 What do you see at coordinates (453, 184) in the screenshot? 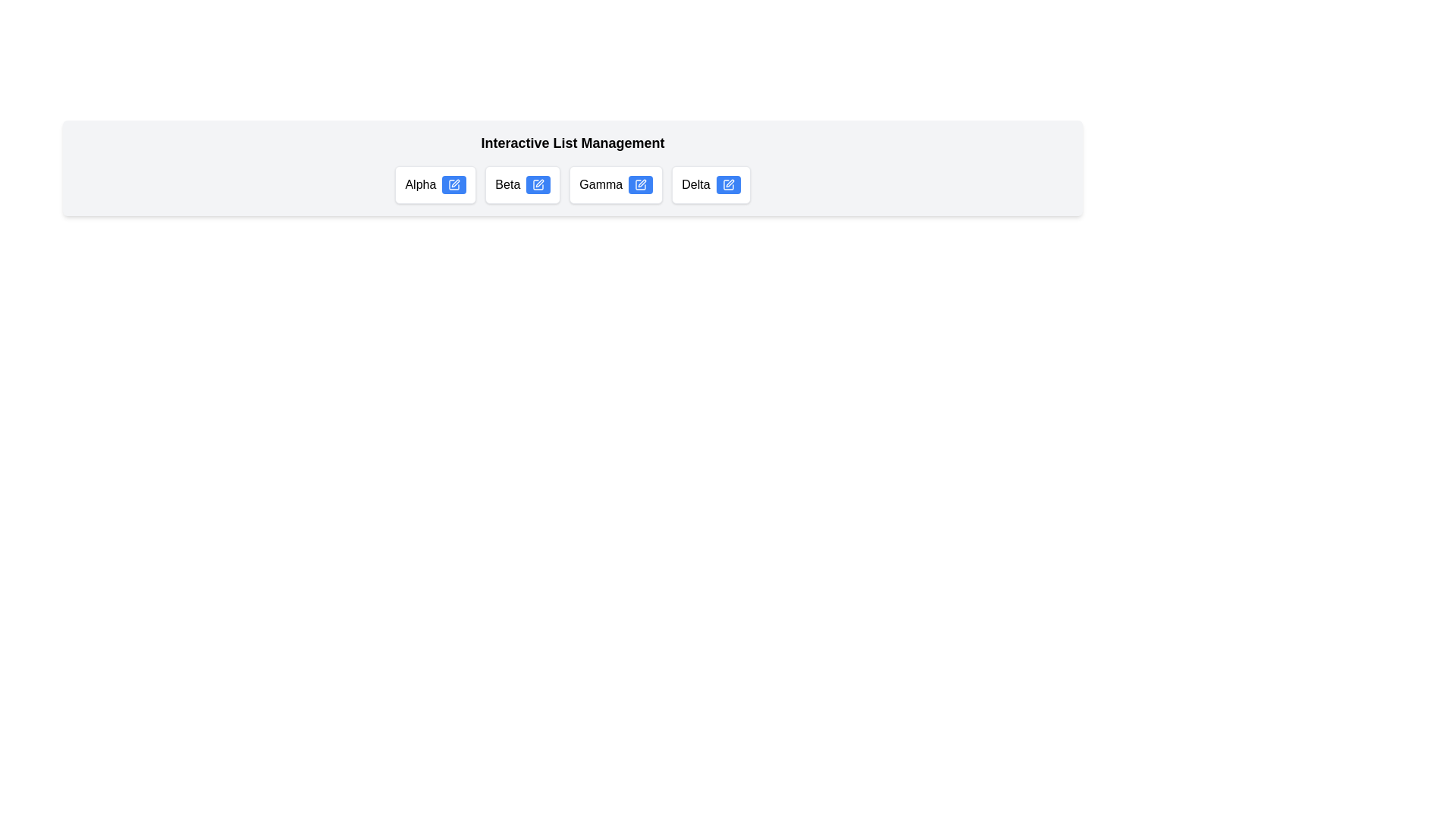
I see `the blue circular icon with a white pen symbol, part of the 'Alpha' button` at bounding box center [453, 184].